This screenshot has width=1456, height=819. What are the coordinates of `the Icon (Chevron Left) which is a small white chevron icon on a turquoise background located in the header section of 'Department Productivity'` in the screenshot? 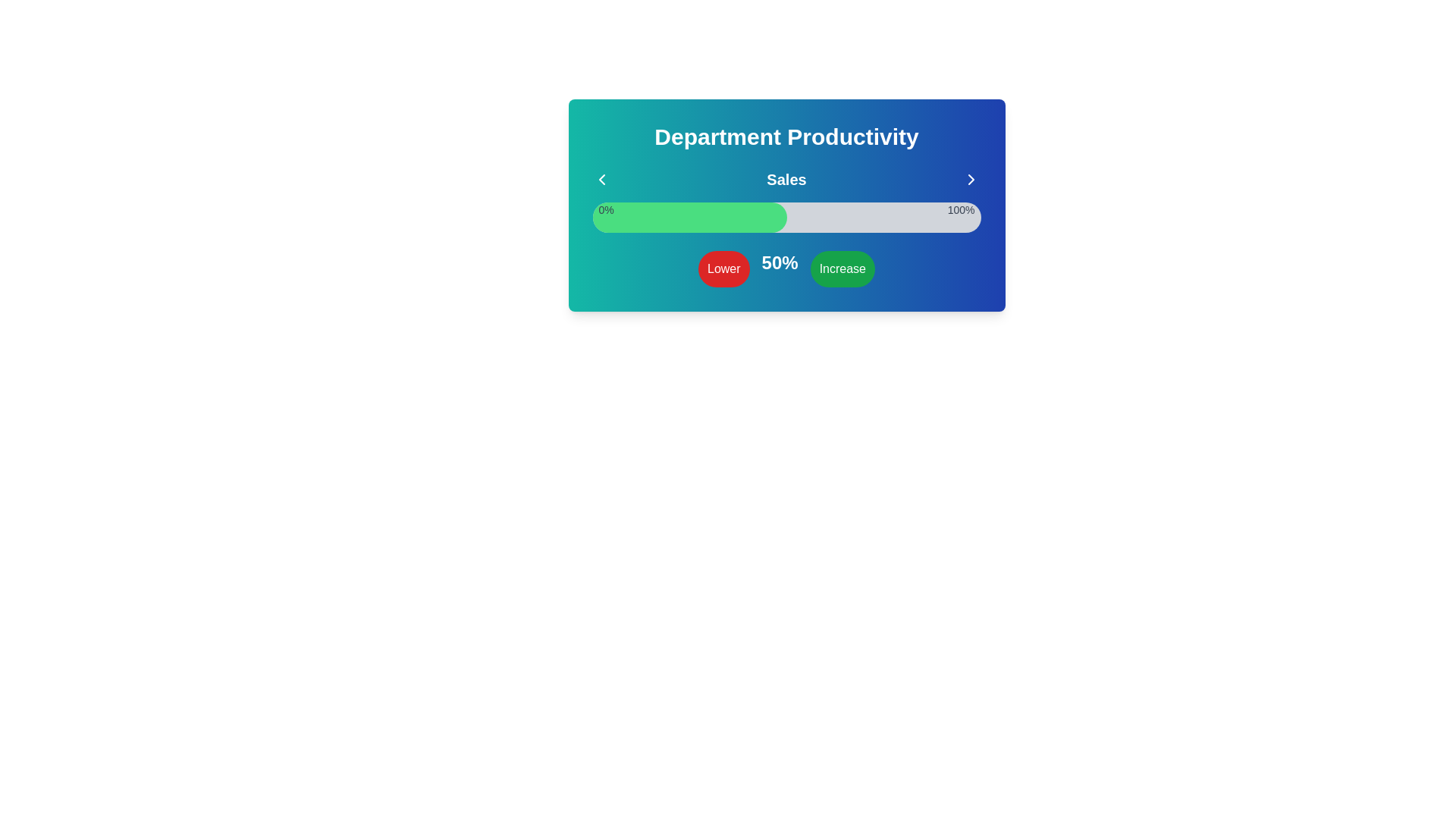 It's located at (601, 178).